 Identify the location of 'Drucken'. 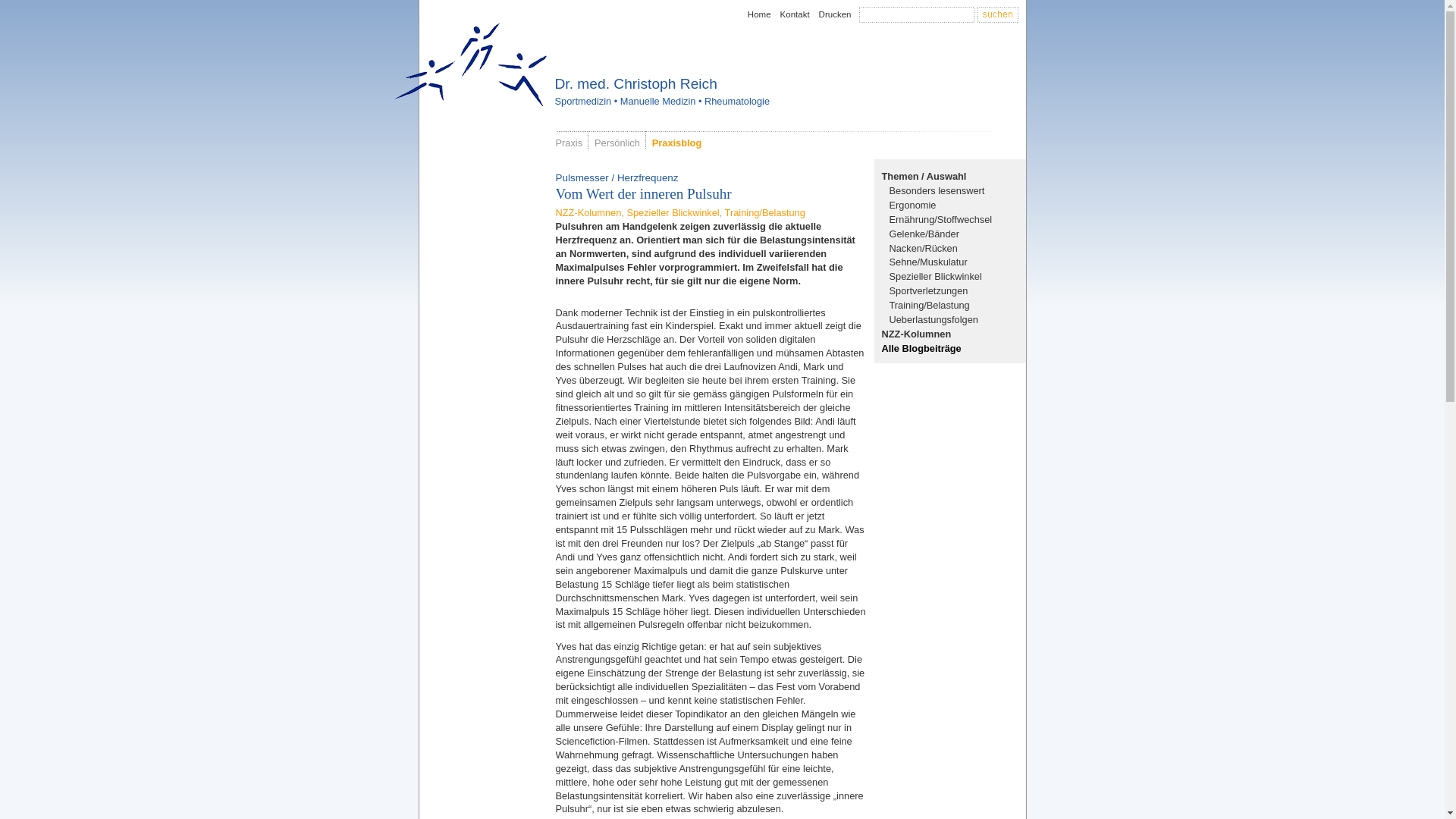
(834, 14).